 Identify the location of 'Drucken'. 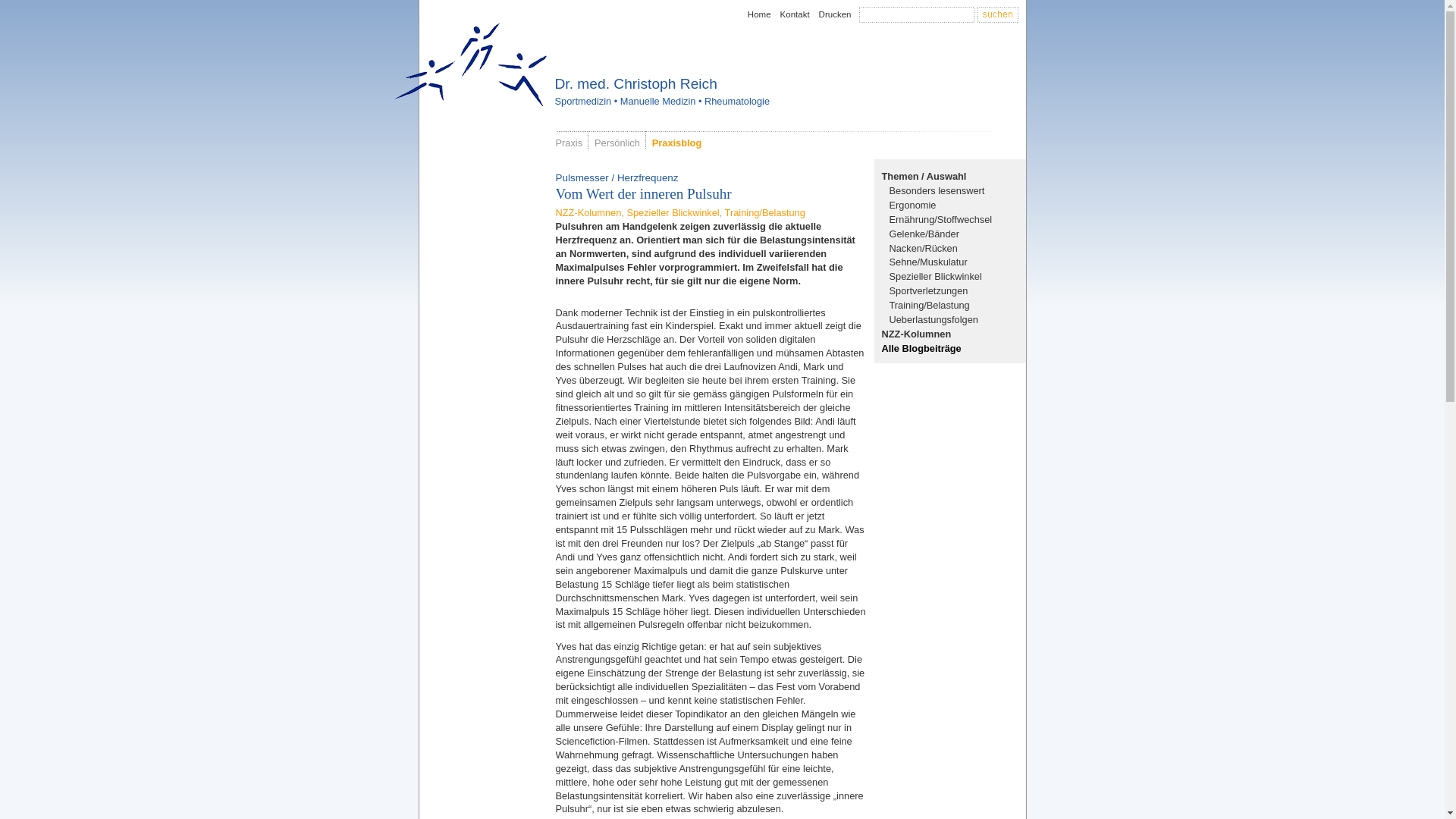
(834, 14).